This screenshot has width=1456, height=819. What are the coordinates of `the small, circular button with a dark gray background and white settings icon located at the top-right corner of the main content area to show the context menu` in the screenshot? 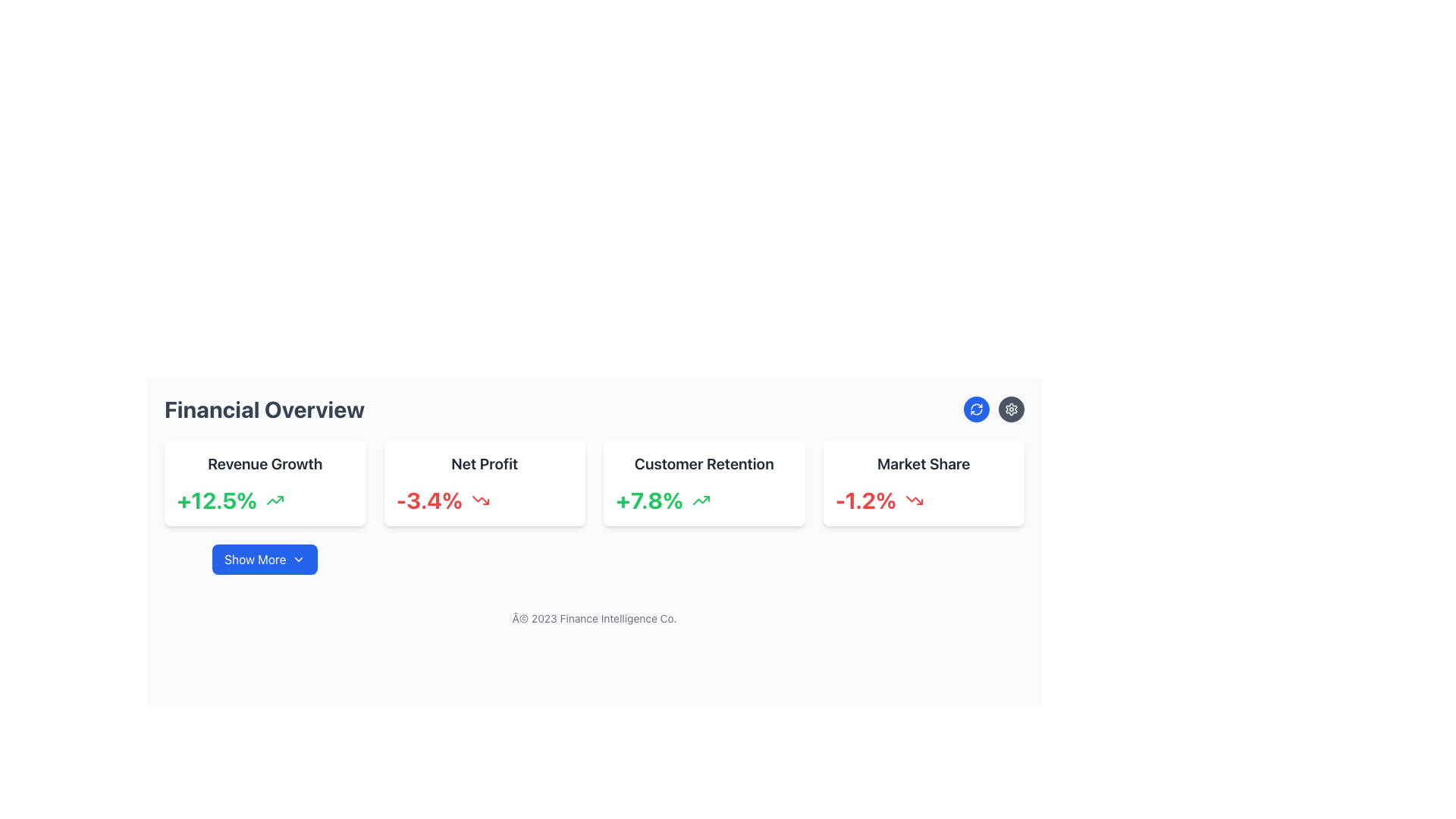 It's located at (1012, 409).